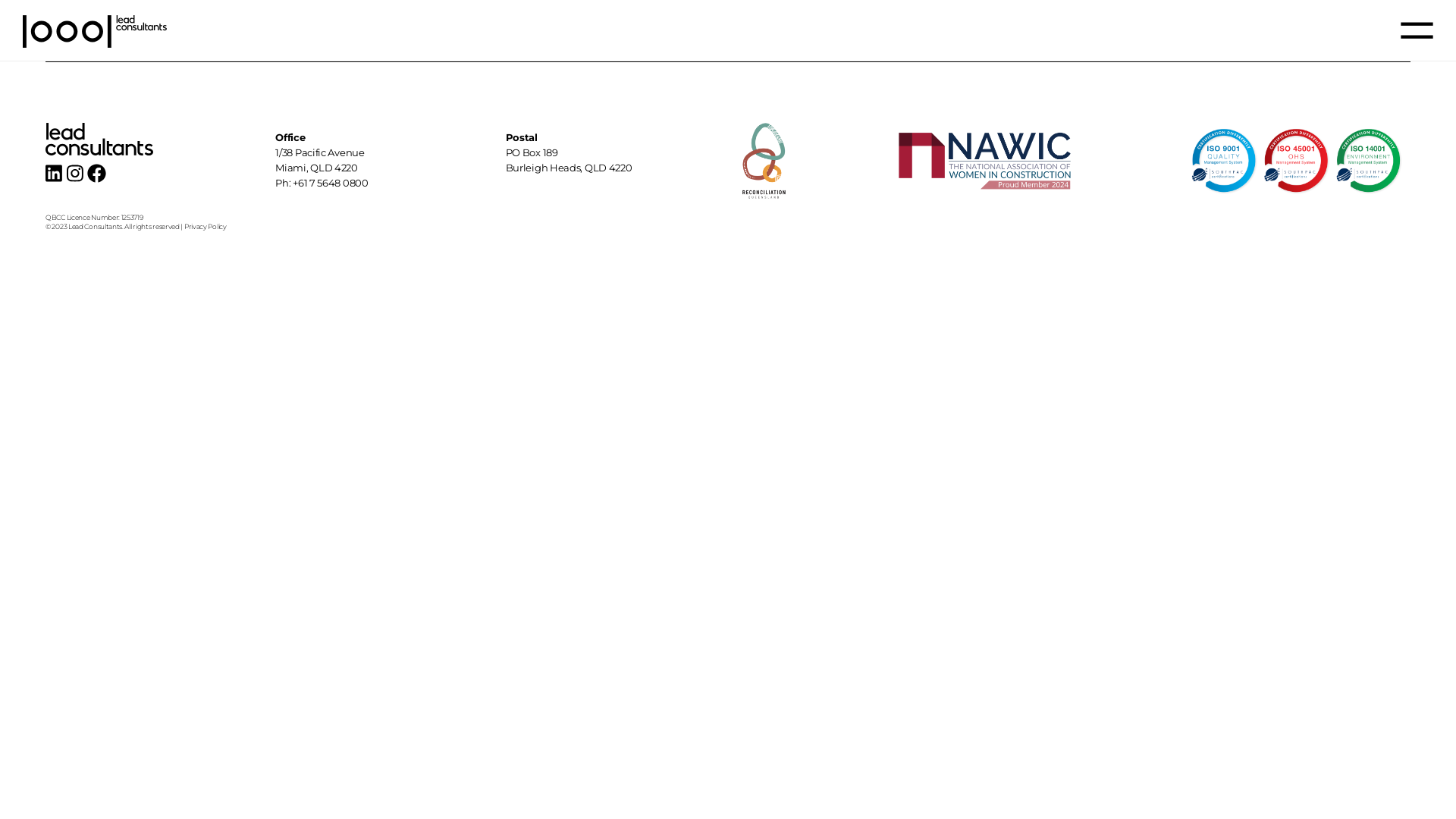 Image resolution: width=1456 pixels, height=819 pixels. I want to click on '1/38 Pacific Avenue, so click(275, 160).